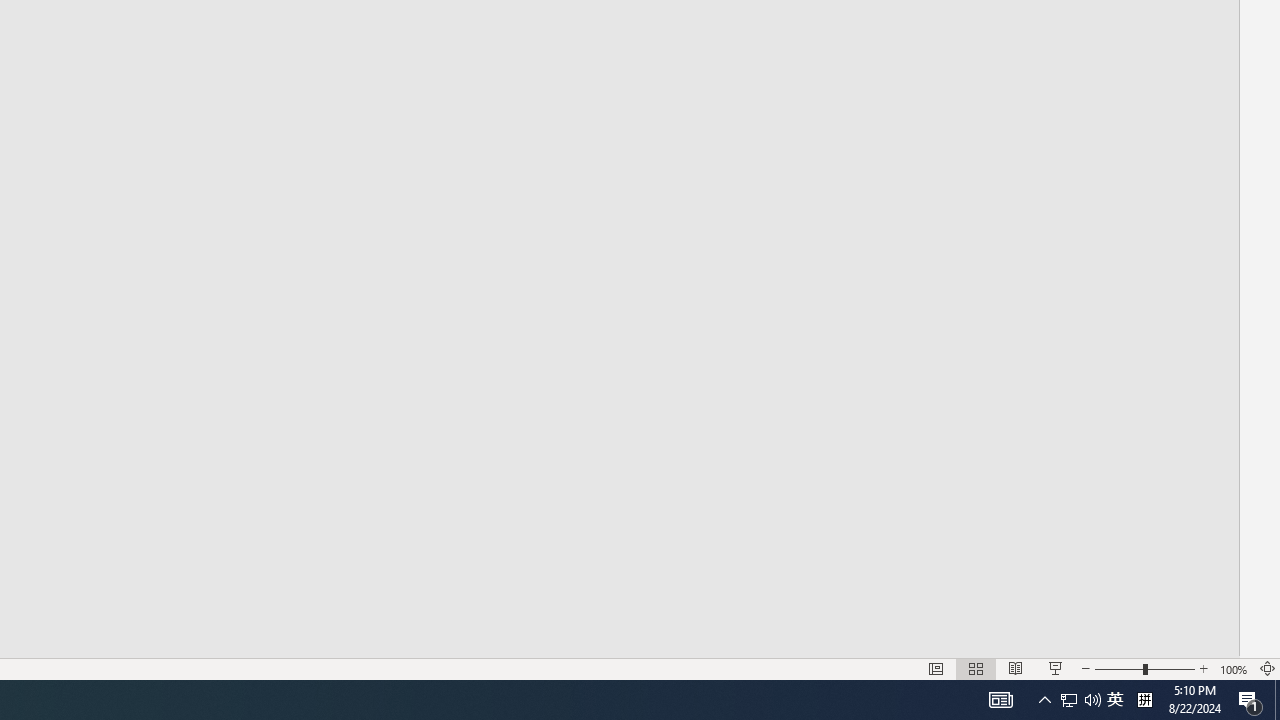  Describe the element at coordinates (1233, 669) in the screenshot. I see `'Zoom 100%'` at that location.